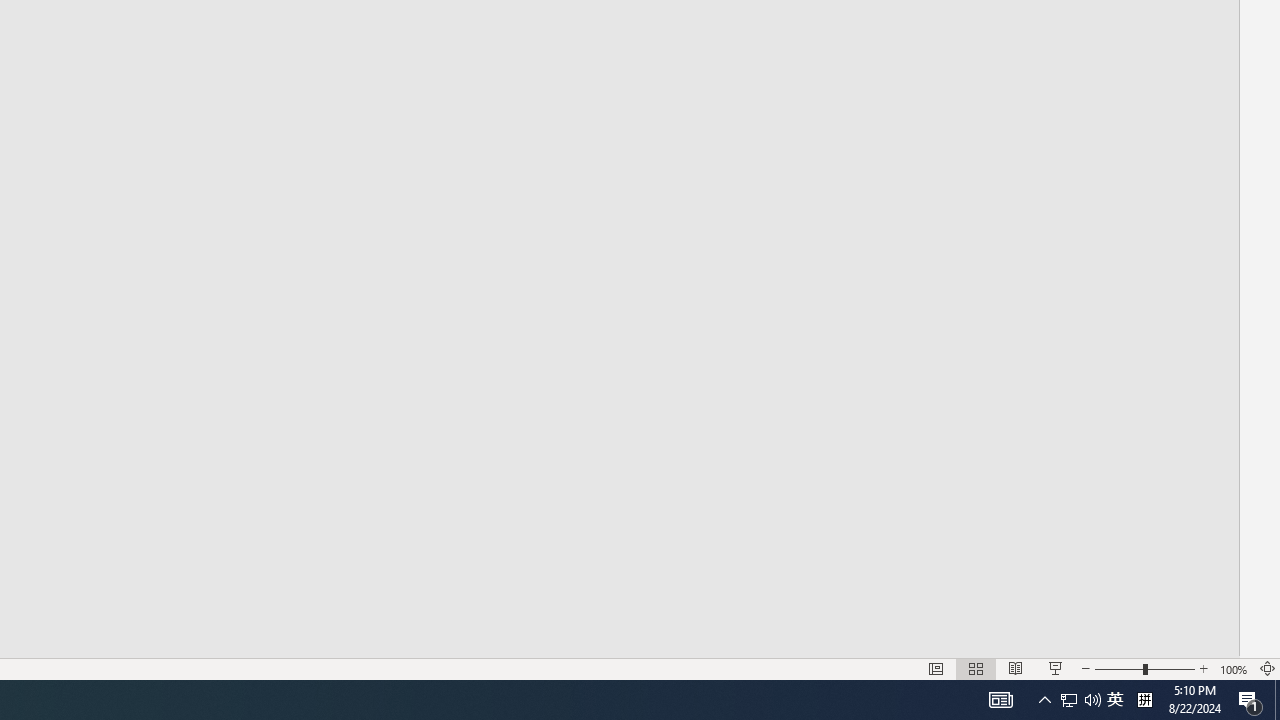  Describe the element at coordinates (1233, 669) in the screenshot. I see `'Zoom 100%'` at that location.